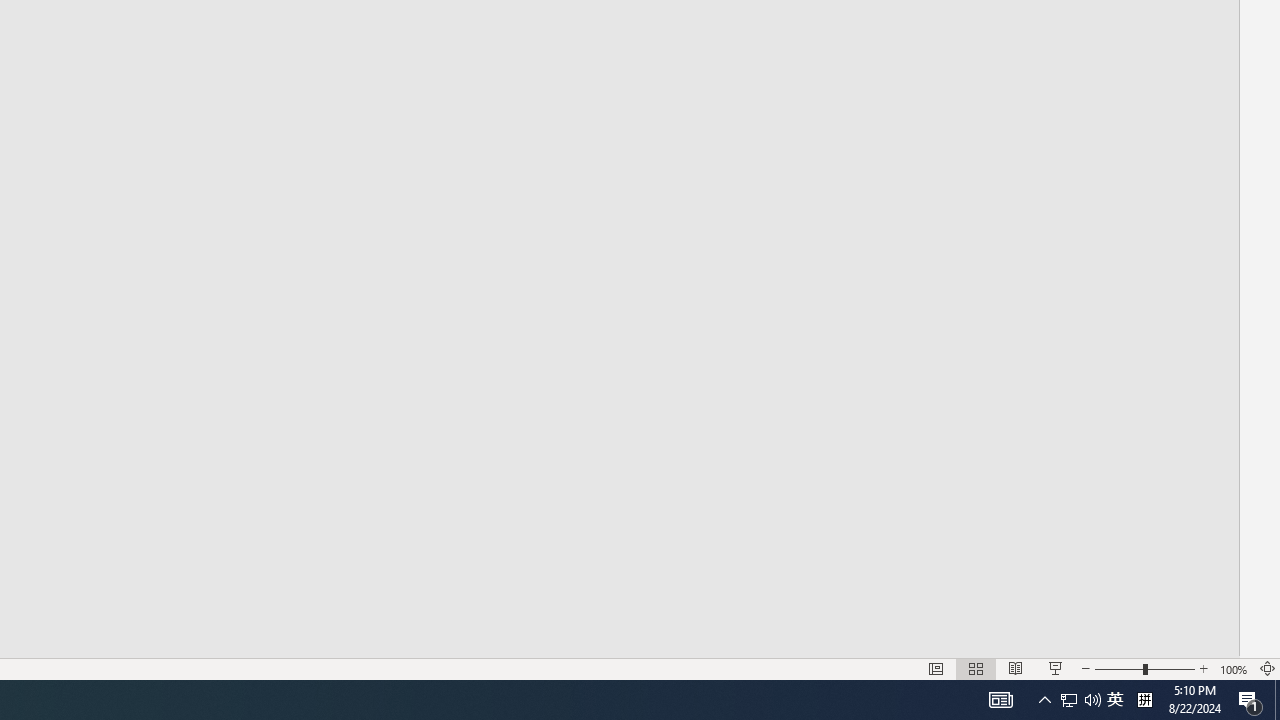  Describe the element at coordinates (1233, 669) in the screenshot. I see `'Zoom 100%'` at that location.